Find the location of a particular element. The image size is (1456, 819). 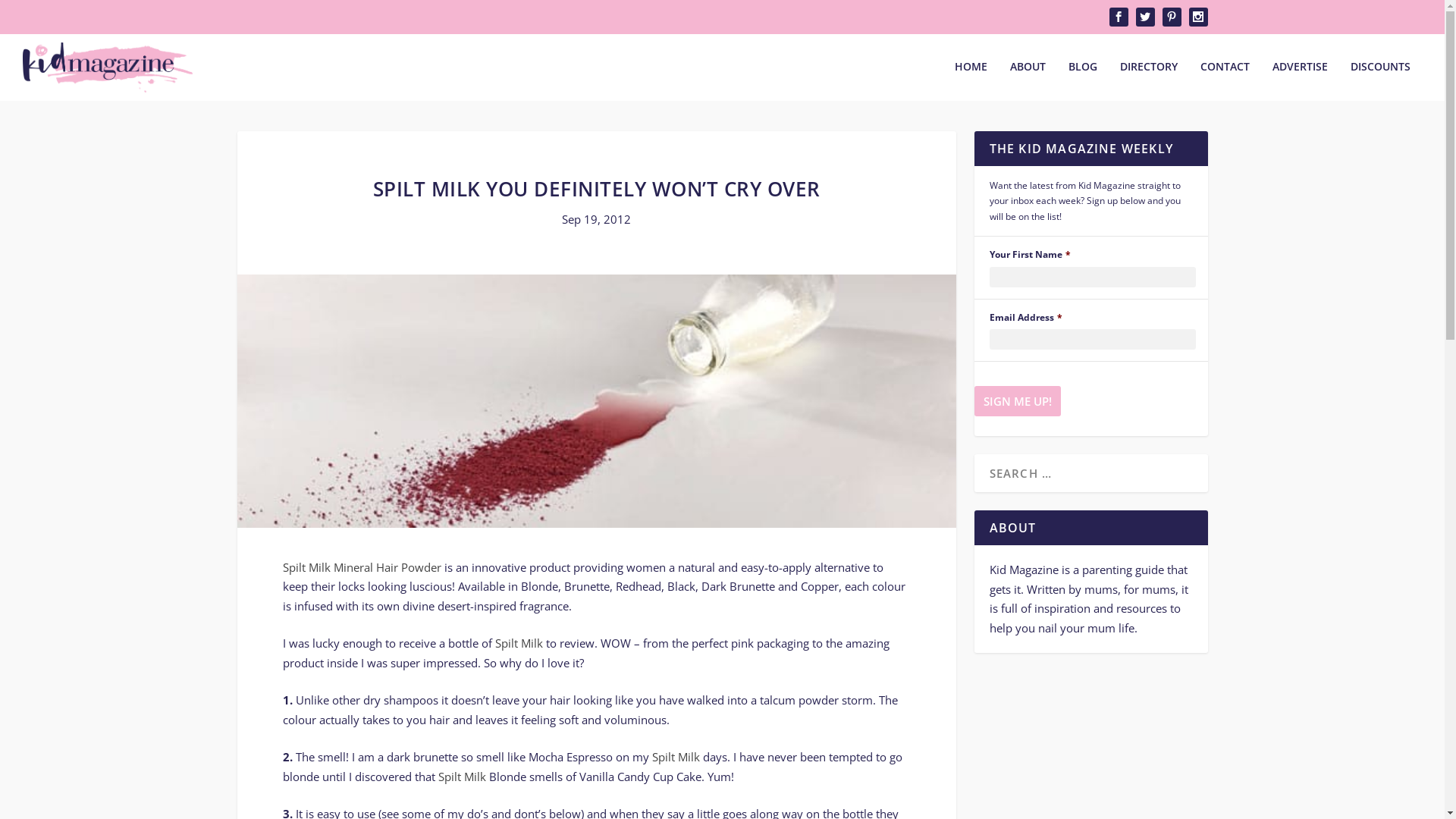

'DISCOUNTS' is located at coordinates (1380, 80).